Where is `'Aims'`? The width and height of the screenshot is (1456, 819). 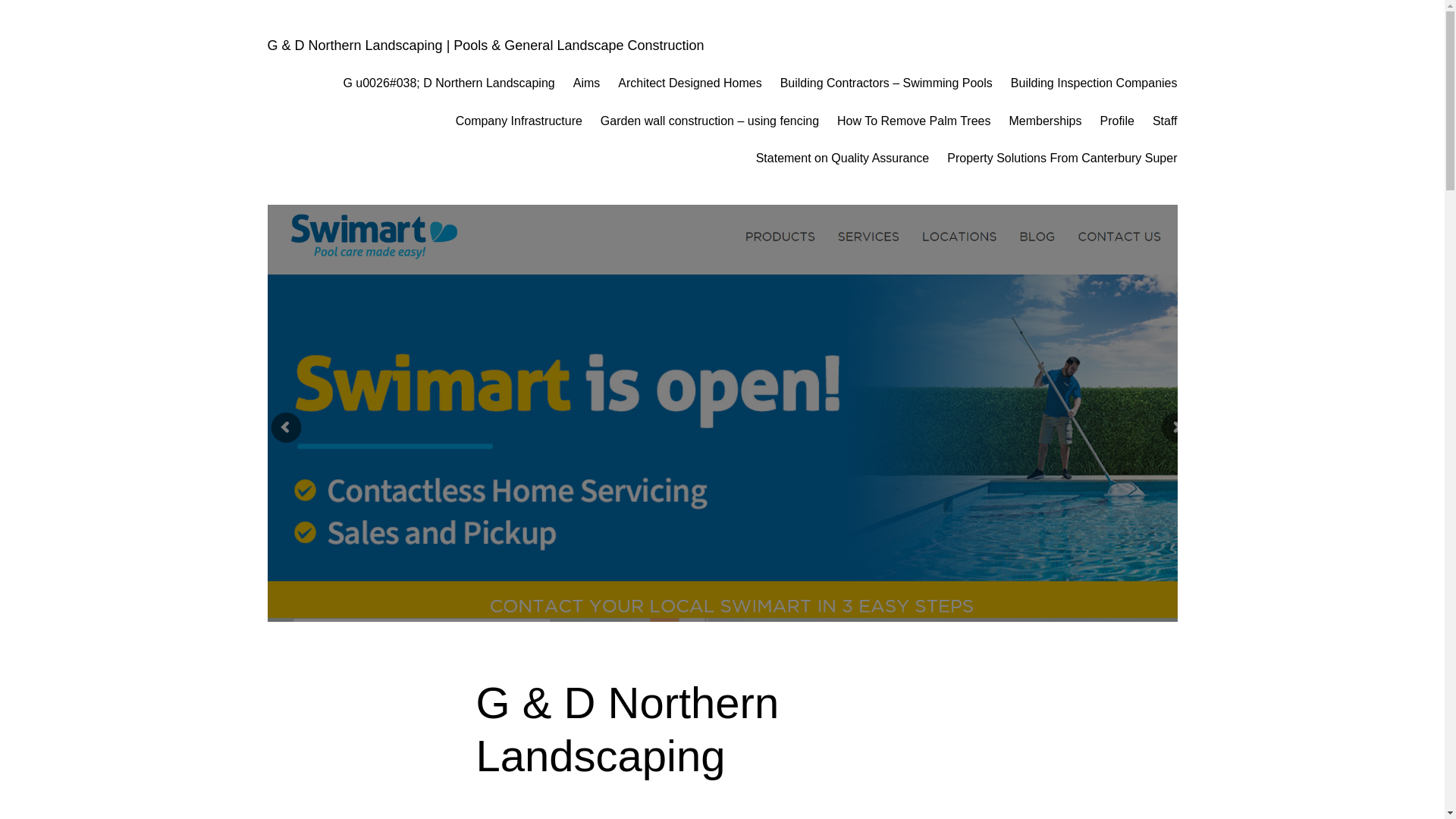
'Aims' is located at coordinates (585, 83).